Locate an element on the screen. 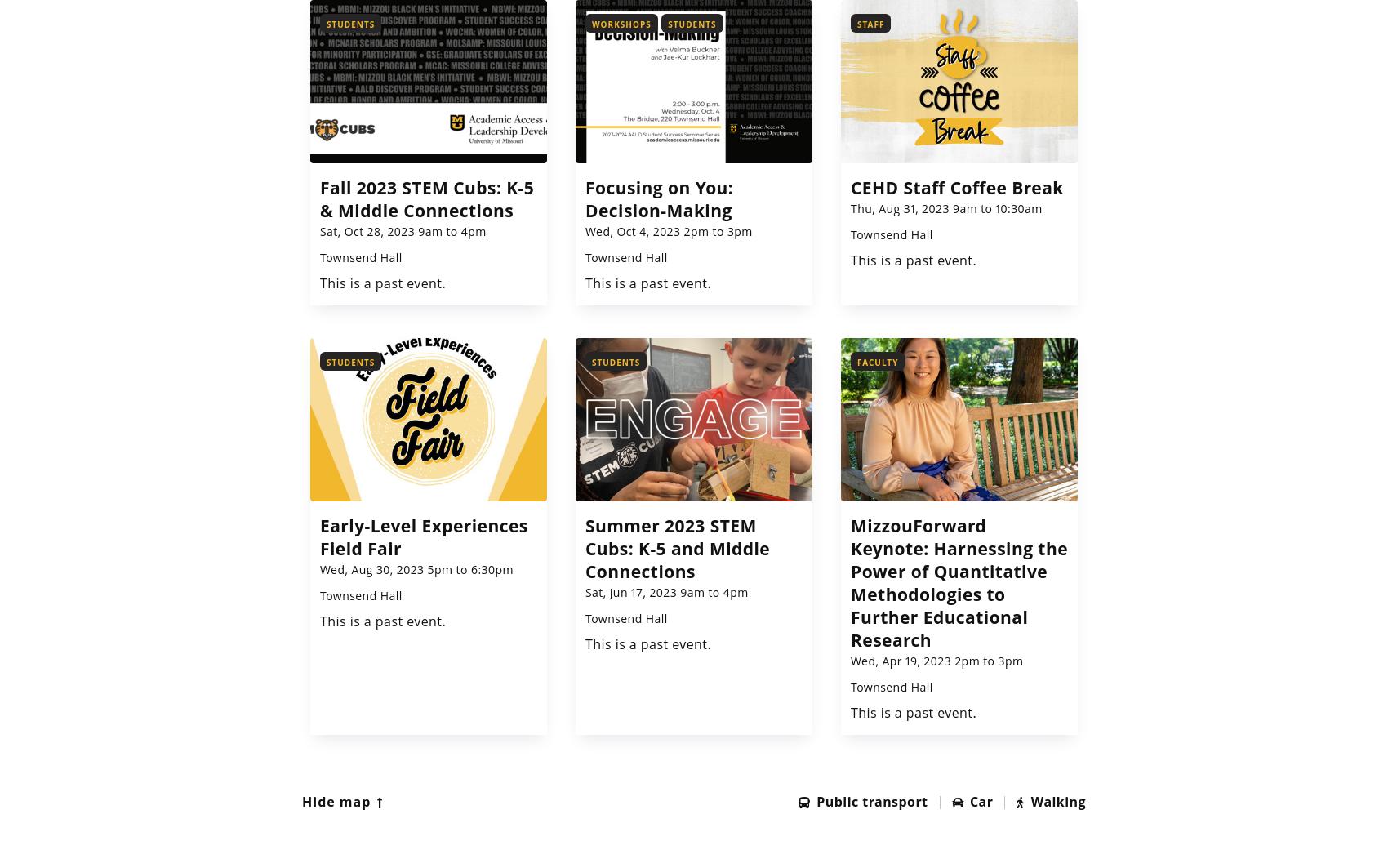 The height and width of the screenshot is (868, 1388). 'Summer 2023 STEM Cubs: K-5 and Middle Connections' is located at coordinates (676, 548).